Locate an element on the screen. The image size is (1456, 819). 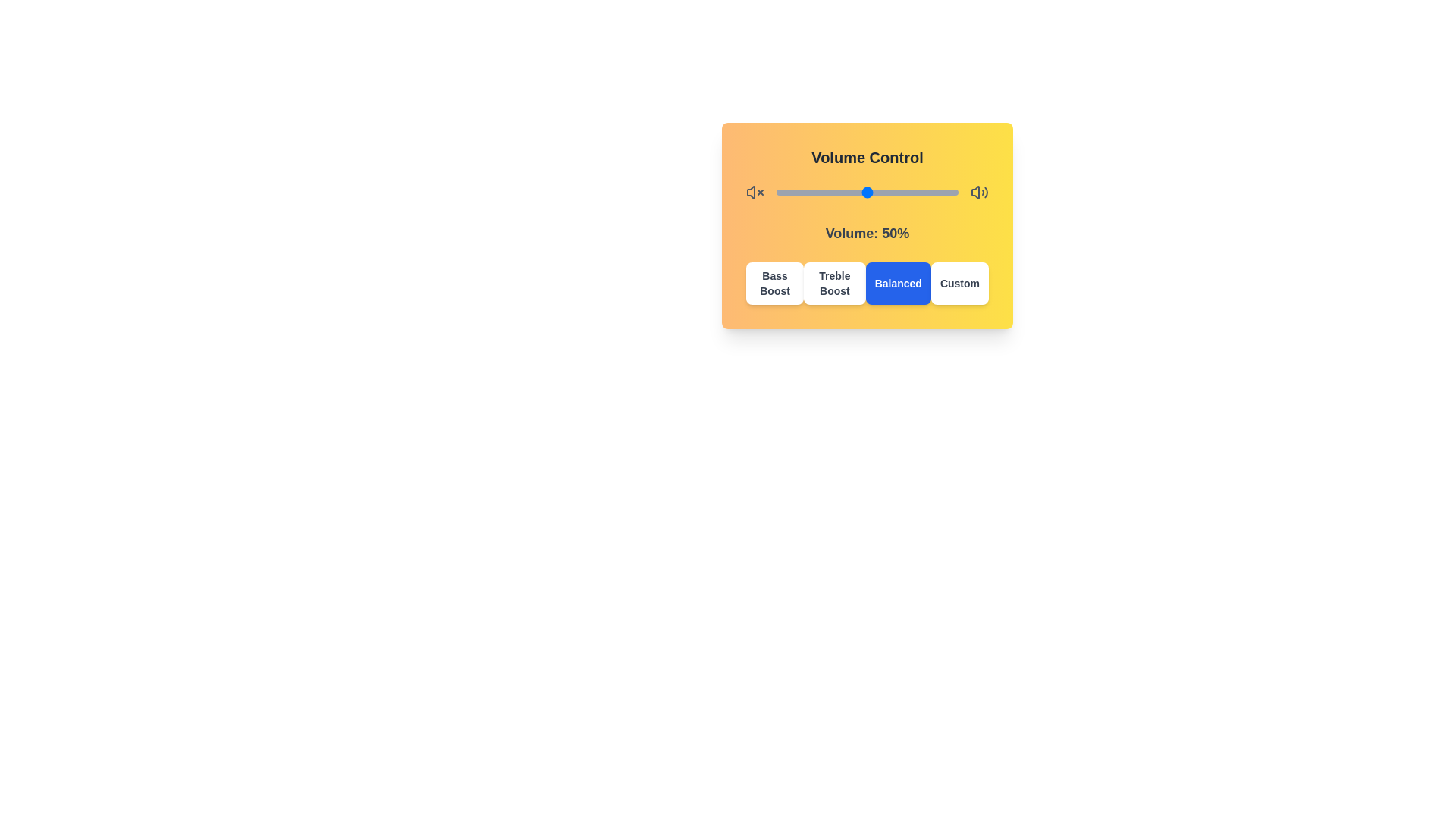
the 'Custom' button to select the corresponding sound profile is located at coordinates (959, 284).